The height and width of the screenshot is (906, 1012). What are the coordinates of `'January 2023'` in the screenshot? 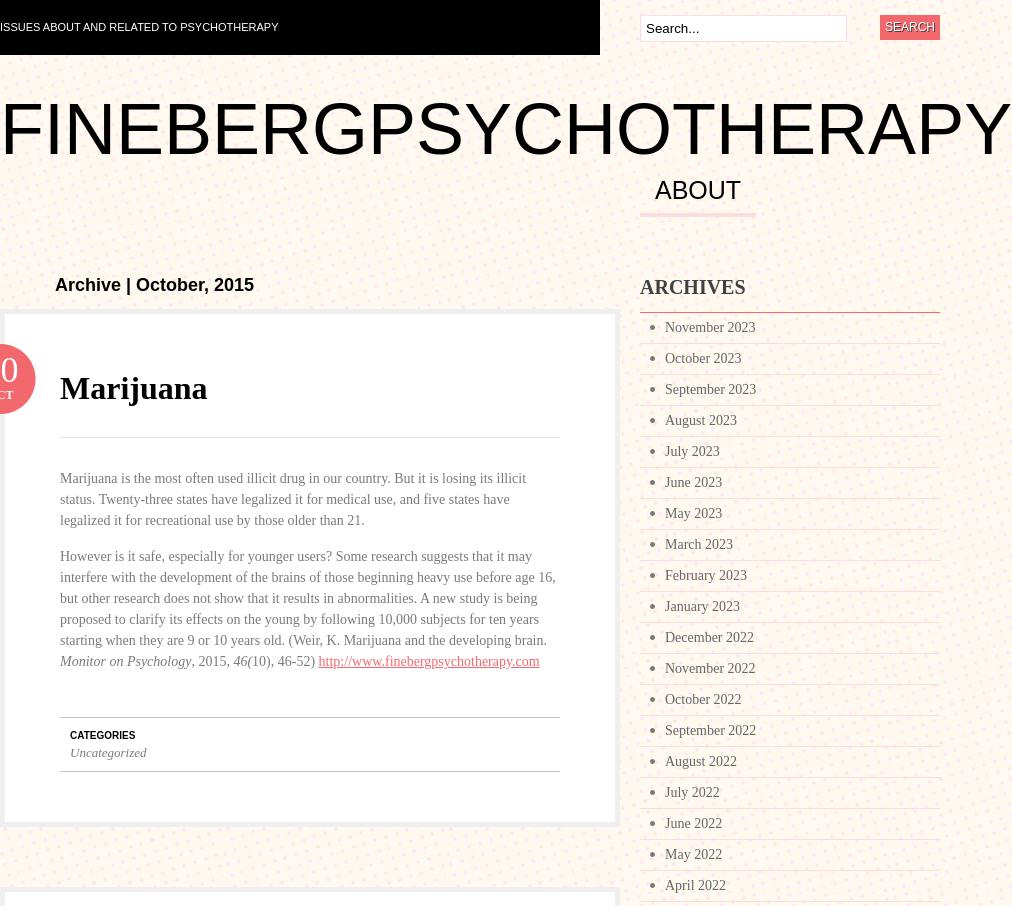 It's located at (702, 606).